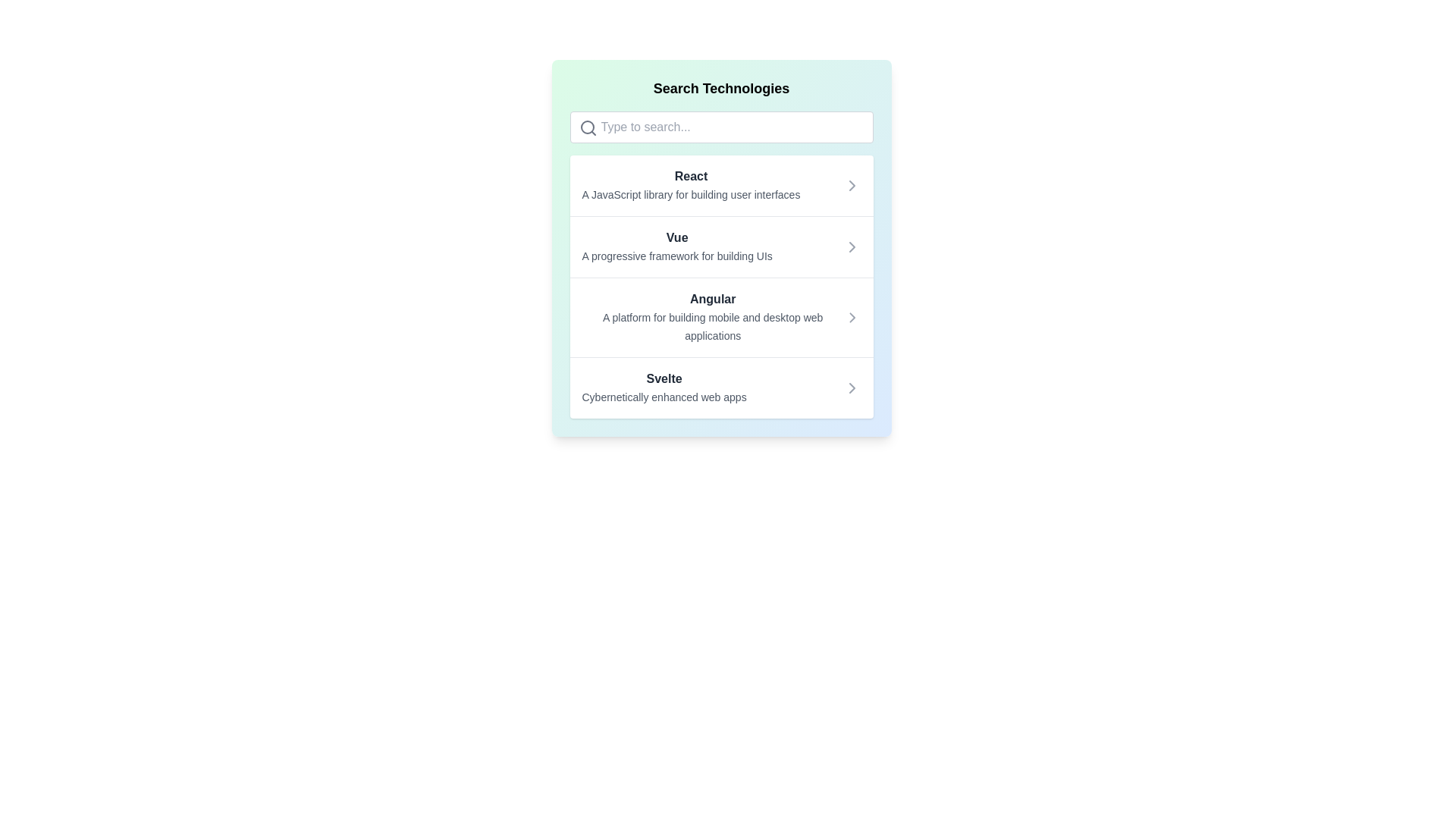 Image resolution: width=1456 pixels, height=819 pixels. Describe the element at coordinates (690, 175) in the screenshot. I see `the 'React' label` at that location.